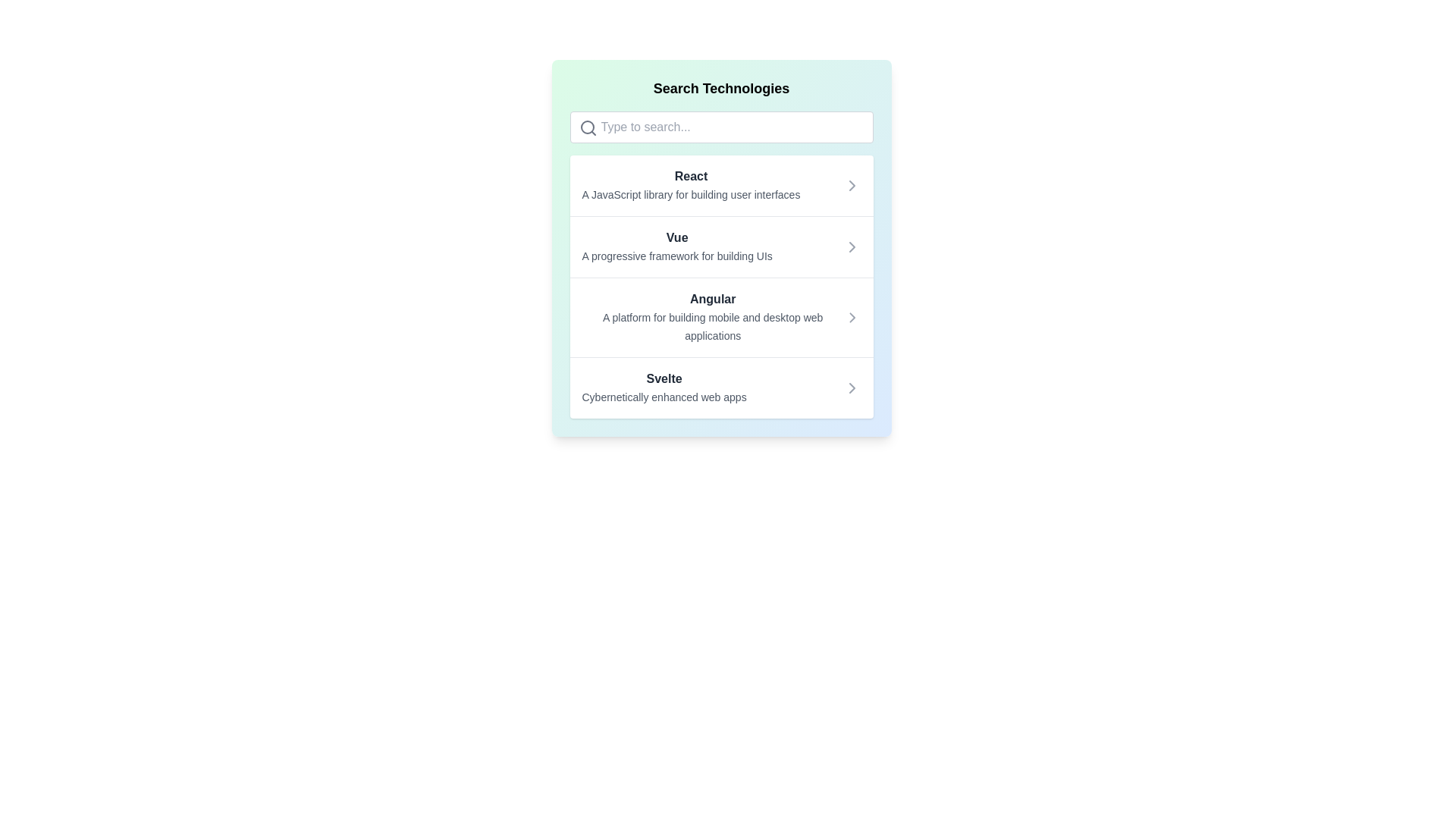 Image resolution: width=1456 pixels, height=819 pixels. Describe the element at coordinates (690, 175) in the screenshot. I see `the 'React' label` at that location.